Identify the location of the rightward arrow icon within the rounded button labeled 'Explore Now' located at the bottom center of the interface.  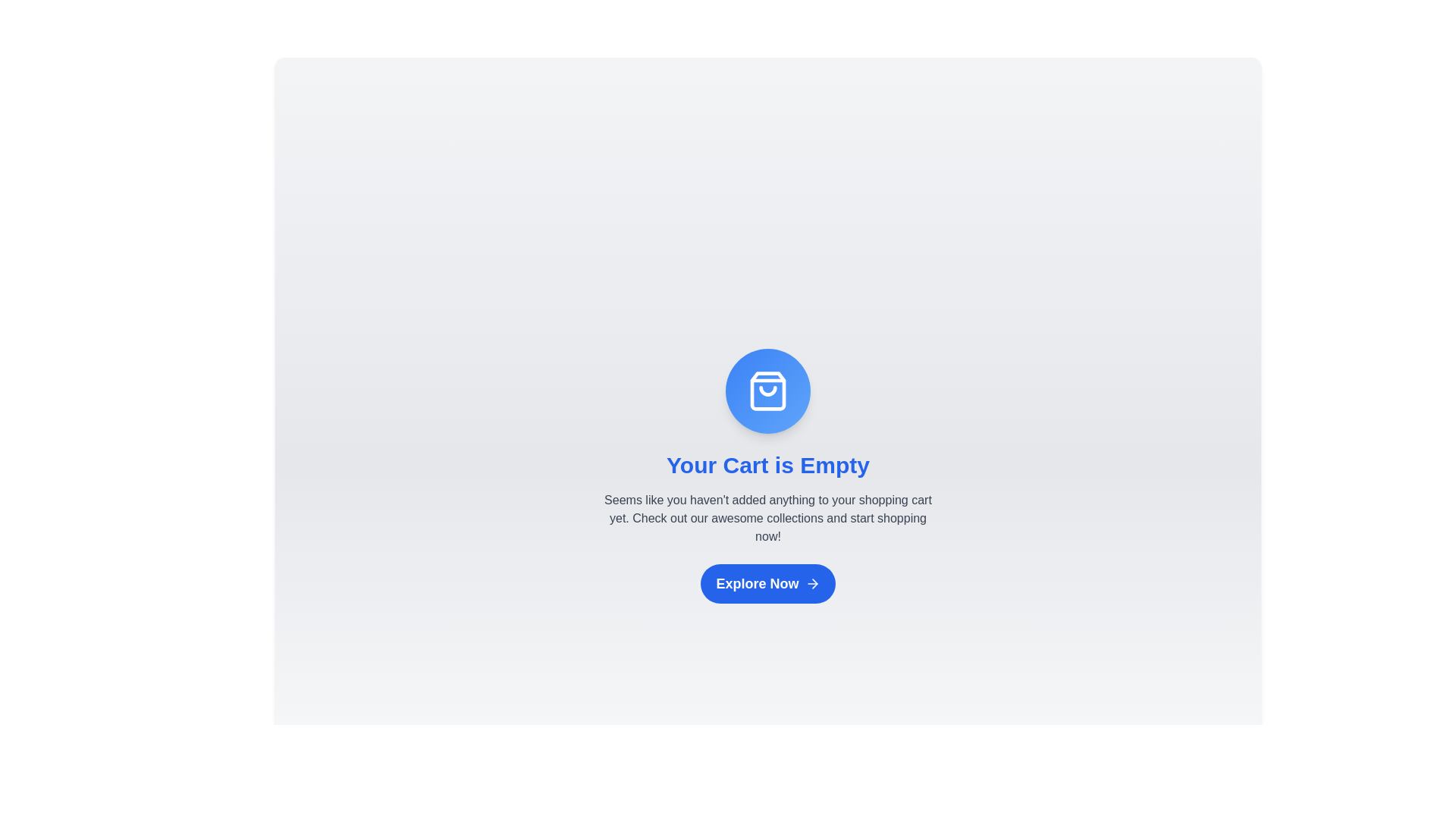
(811, 583).